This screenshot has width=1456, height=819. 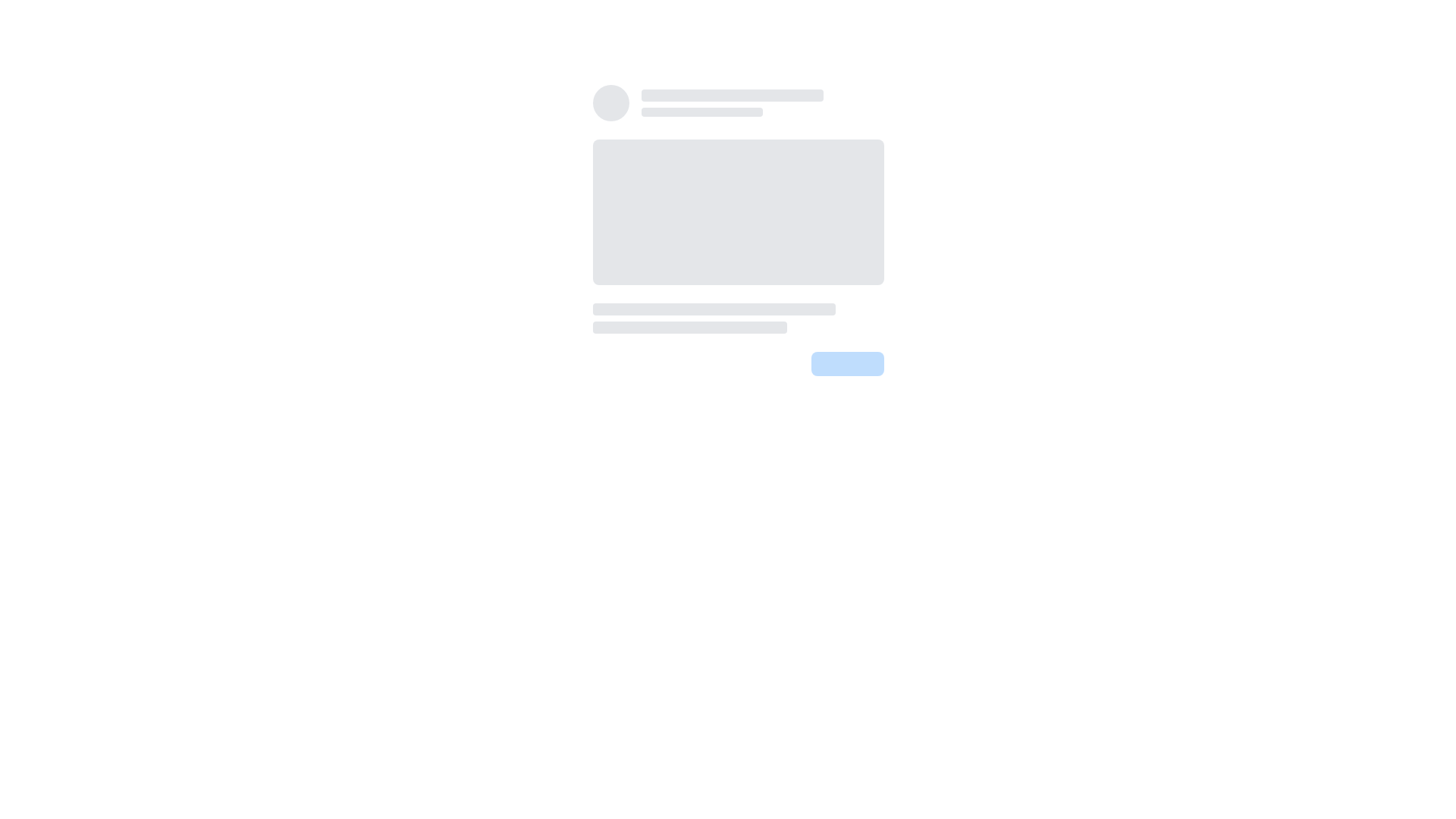 What do you see at coordinates (732, 96) in the screenshot?
I see `the top placeholder stripe, which is a horizontal bar styled as a light gray placeholder located in the upper-left quadrant of the layout` at bounding box center [732, 96].